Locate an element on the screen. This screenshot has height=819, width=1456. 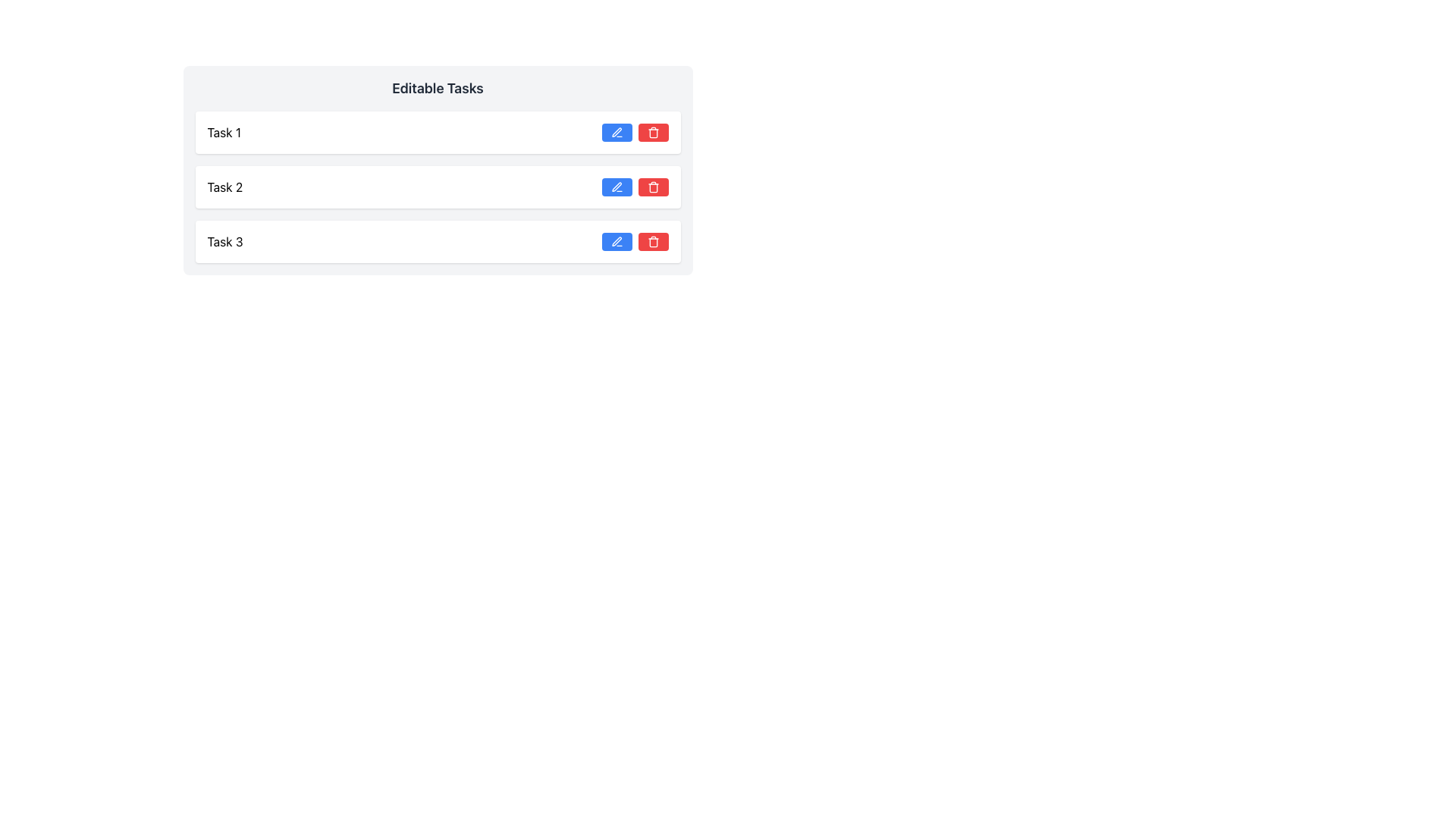
the first button located in the horizontal group of buttons on the right side of the 'Editable Tasks' section is located at coordinates (617, 131).